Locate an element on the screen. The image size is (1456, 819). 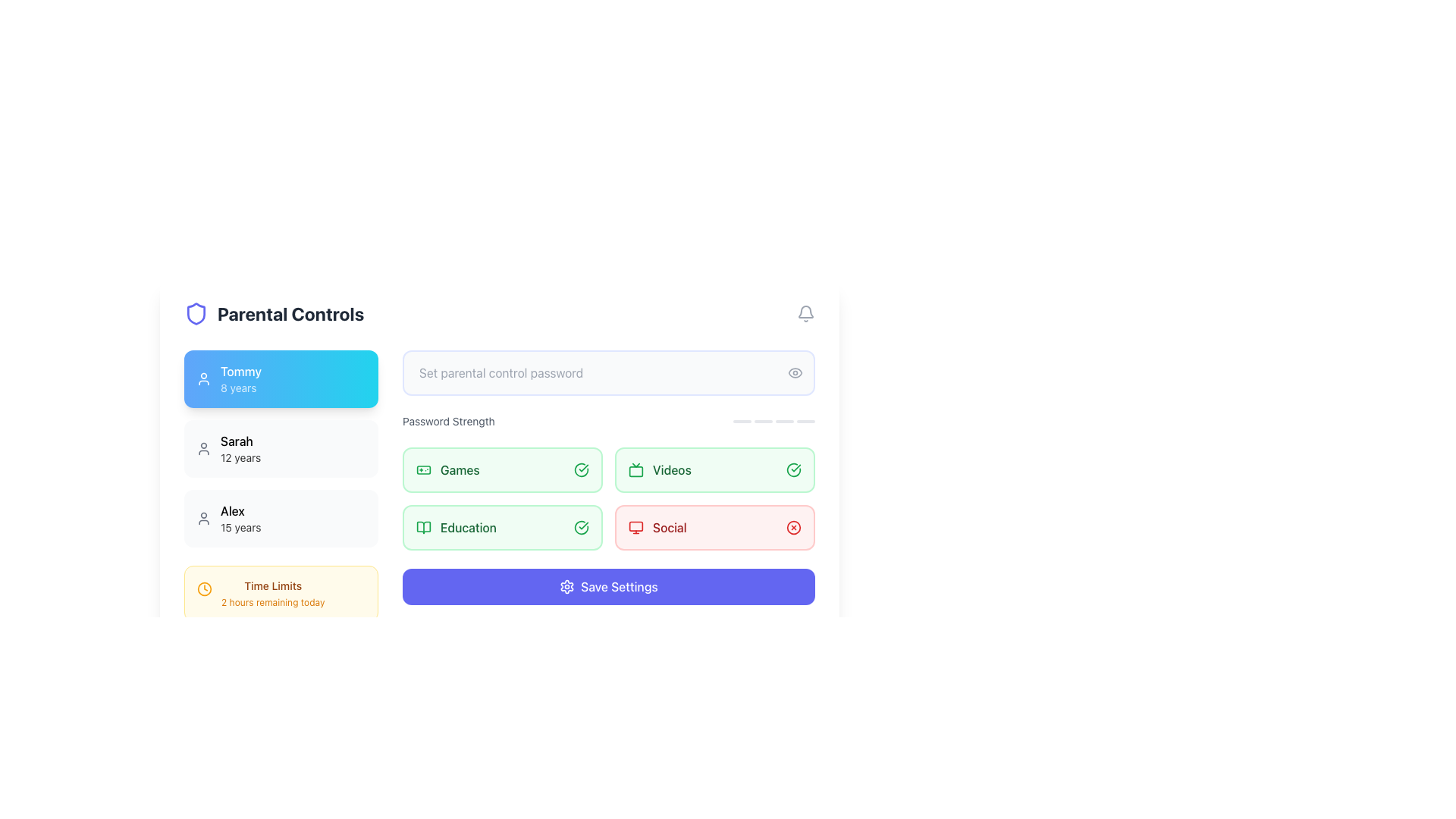
to select the user profile summary displaying 'Alex' and their age, which is the third item in the vertical list on the left side of the interface is located at coordinates (240, 517).